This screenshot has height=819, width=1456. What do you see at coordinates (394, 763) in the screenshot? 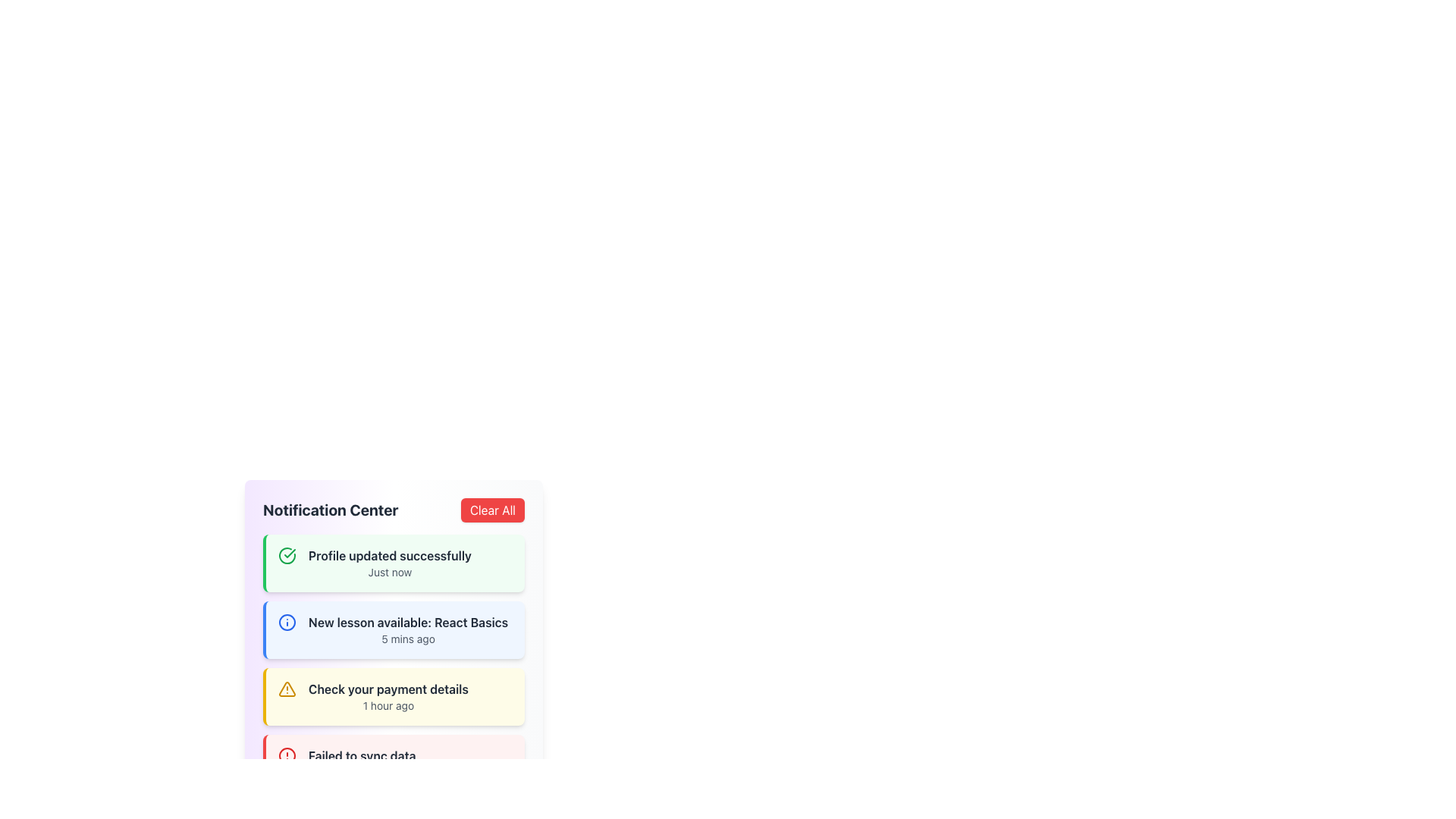
I see `message on the fourth Notification card that appears at the bottom of the stack, following 'Check your payment details.'` at bounding box center [394, 763].